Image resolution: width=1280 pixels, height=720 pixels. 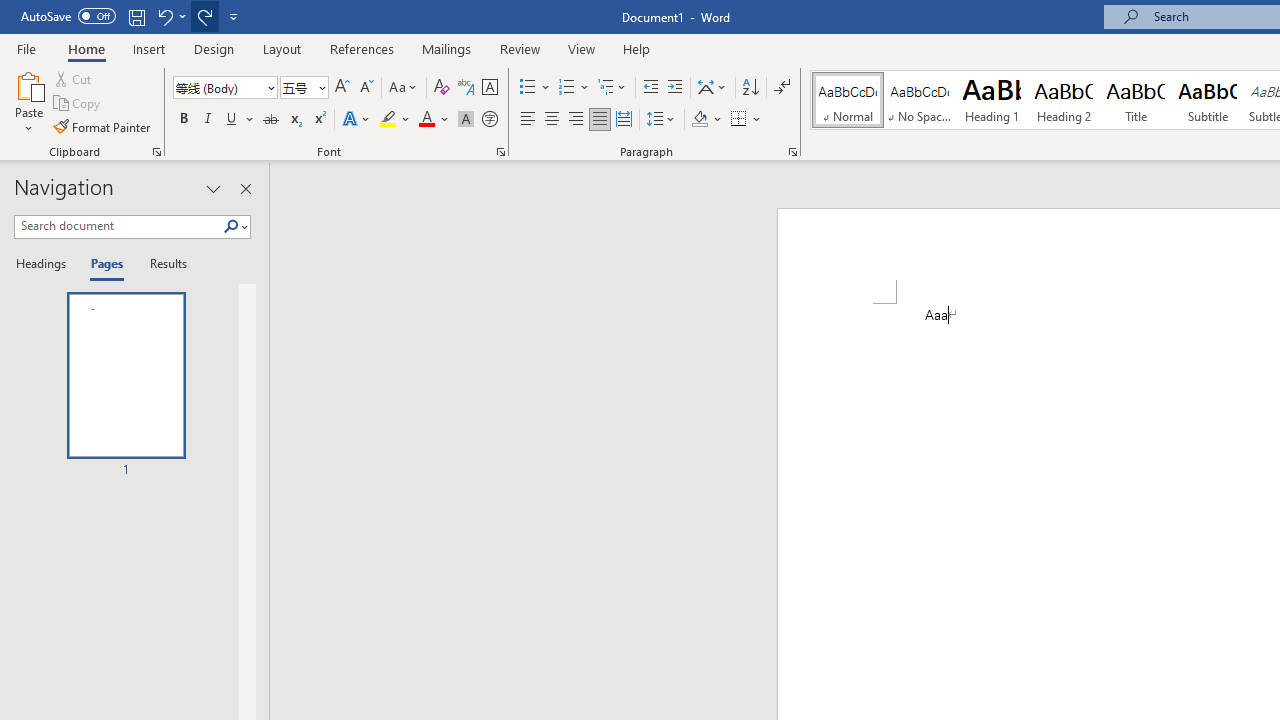 What do you see at coordinates (342, 86) in the screenshot?
I see `'Grow Font'` at bounding box center [342, 86].